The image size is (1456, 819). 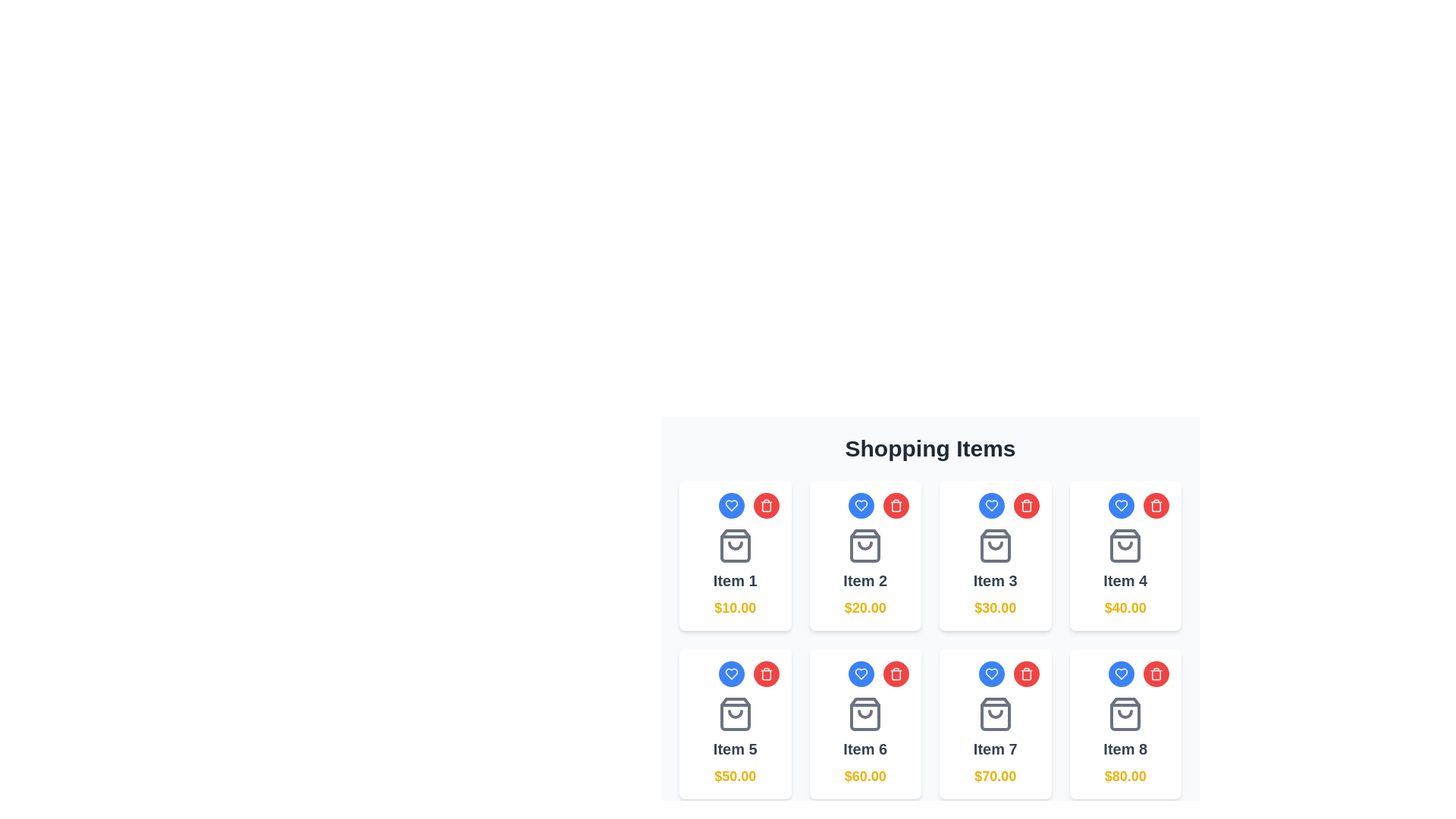 I want to click on text content of the Text label displaying 'Item 4' and '$40.00', which includes a shopping bag icon above it, so click(x=1125, y=573).